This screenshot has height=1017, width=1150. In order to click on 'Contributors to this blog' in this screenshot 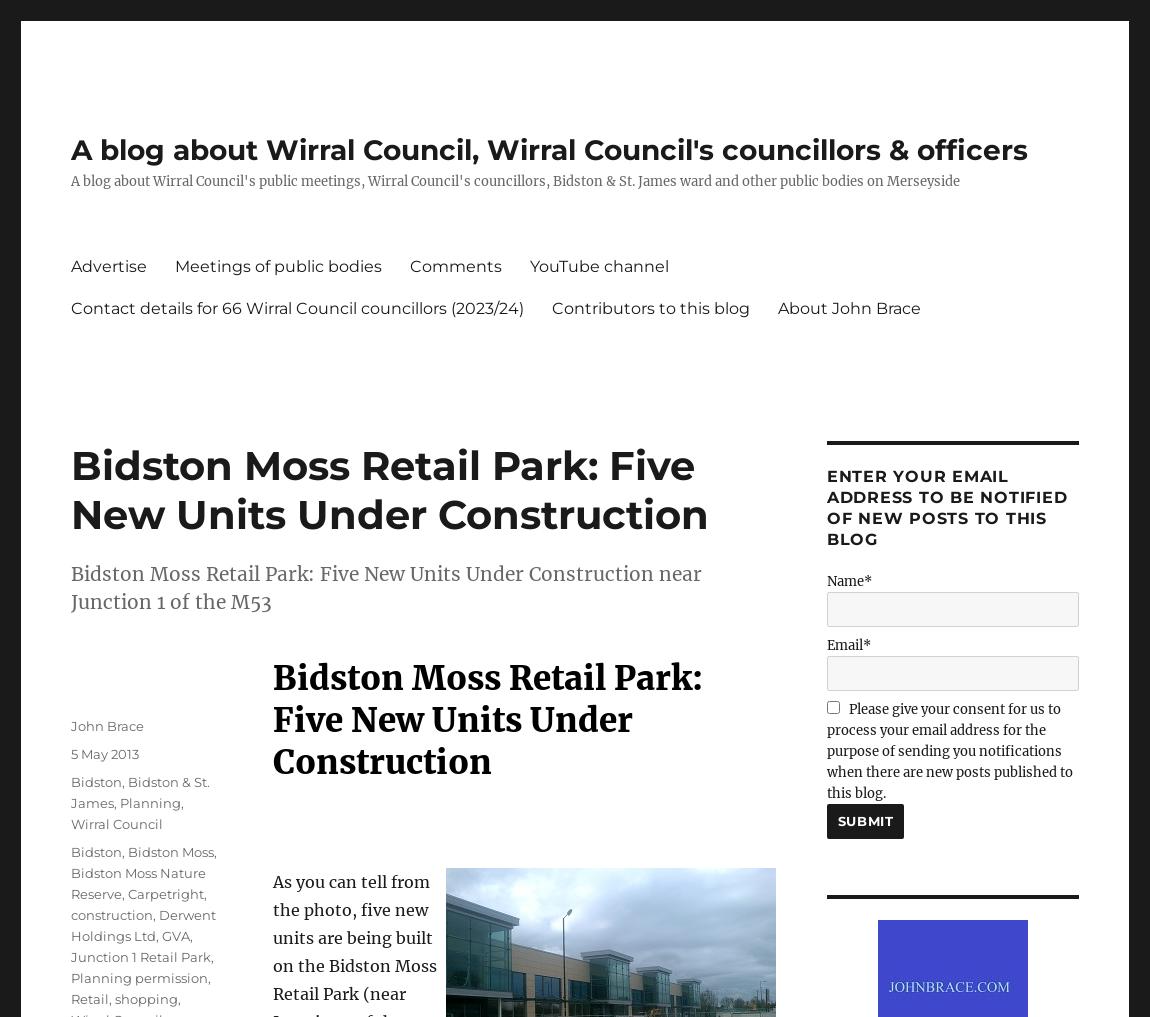, I will do `click(650, 307)`.